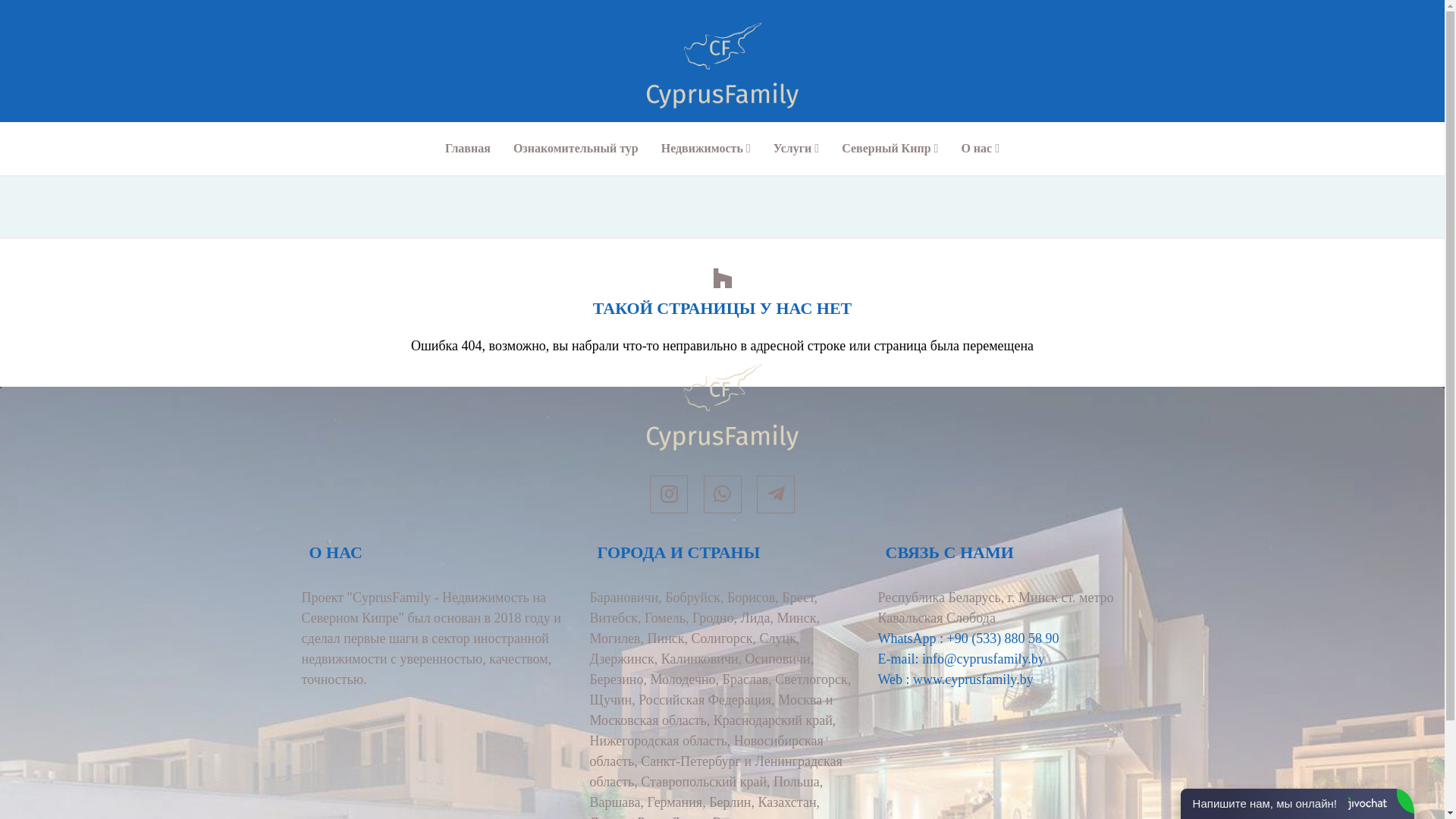 The width and height of the screenshot is (1456, 819). Describe the element at coordinates (960, 657) in the screenshot. I see `'E-mail: info@cyprusfamily.by'` at that location.